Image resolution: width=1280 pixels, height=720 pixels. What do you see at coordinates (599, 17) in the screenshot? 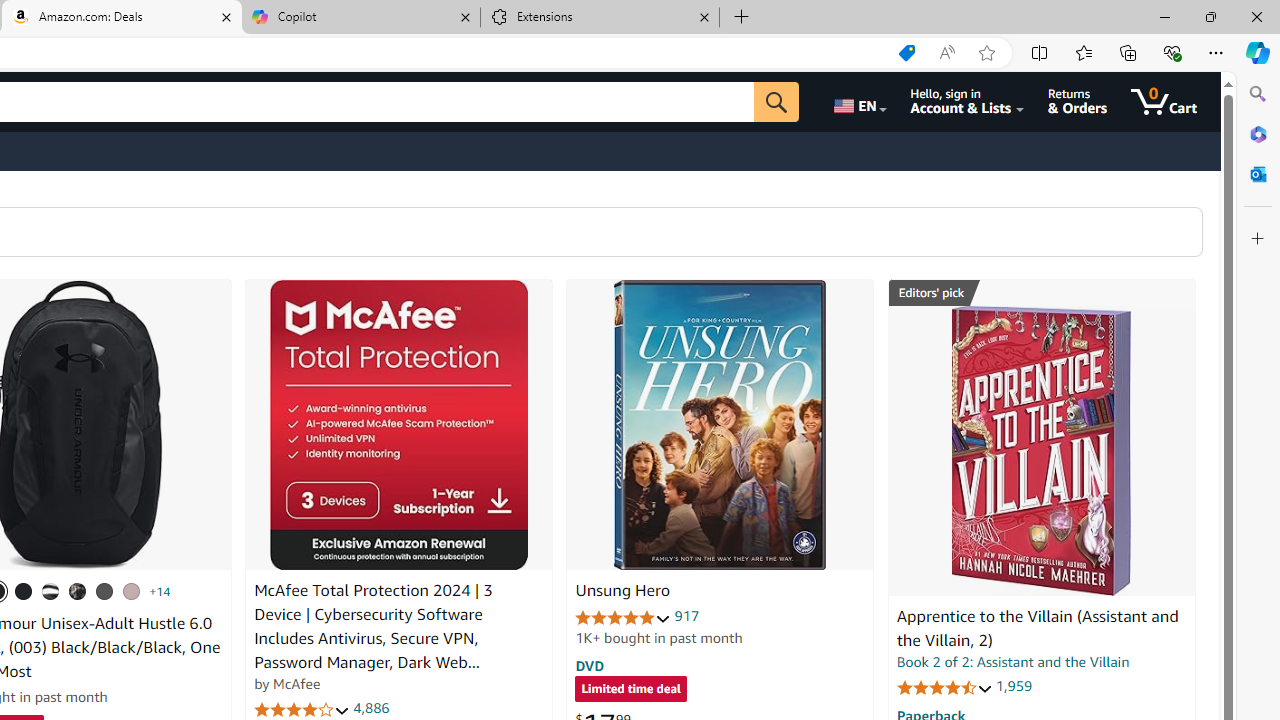
I see `'Extensions'` at bounding box center [599, 17].